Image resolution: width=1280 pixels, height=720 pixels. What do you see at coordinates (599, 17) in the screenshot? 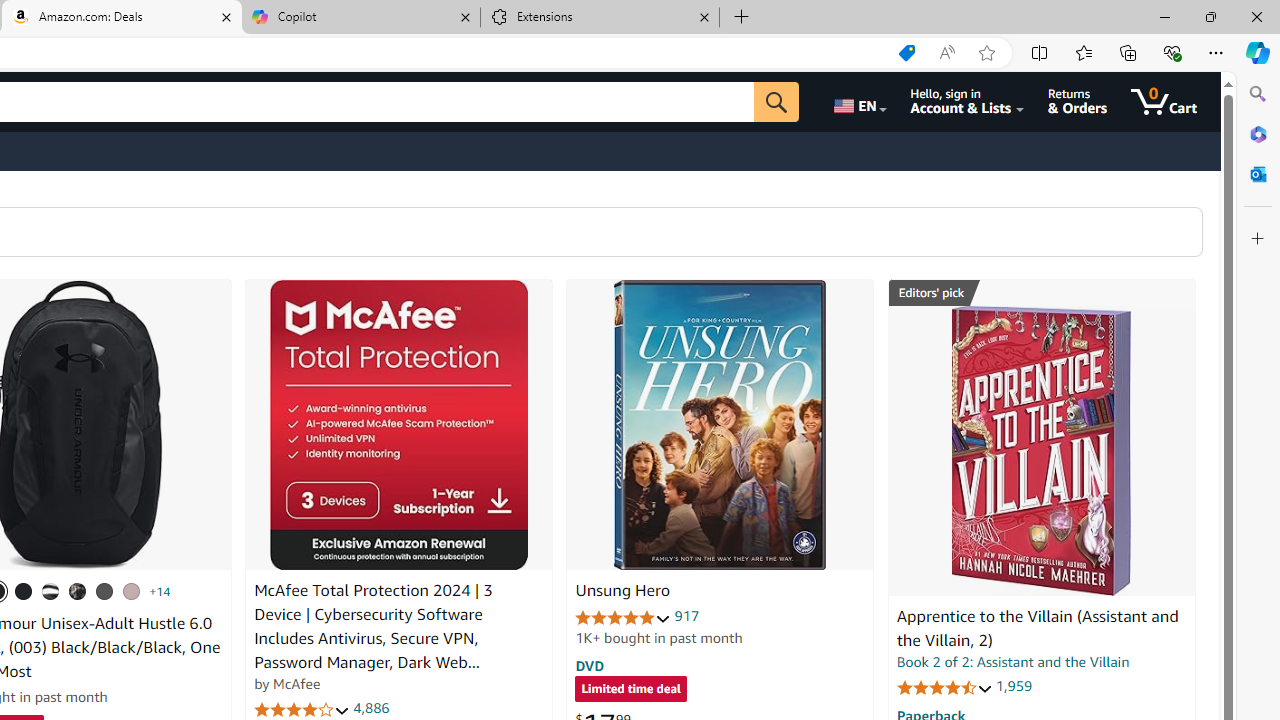
I see `'Extensions'` at bounding box center [599, 17].